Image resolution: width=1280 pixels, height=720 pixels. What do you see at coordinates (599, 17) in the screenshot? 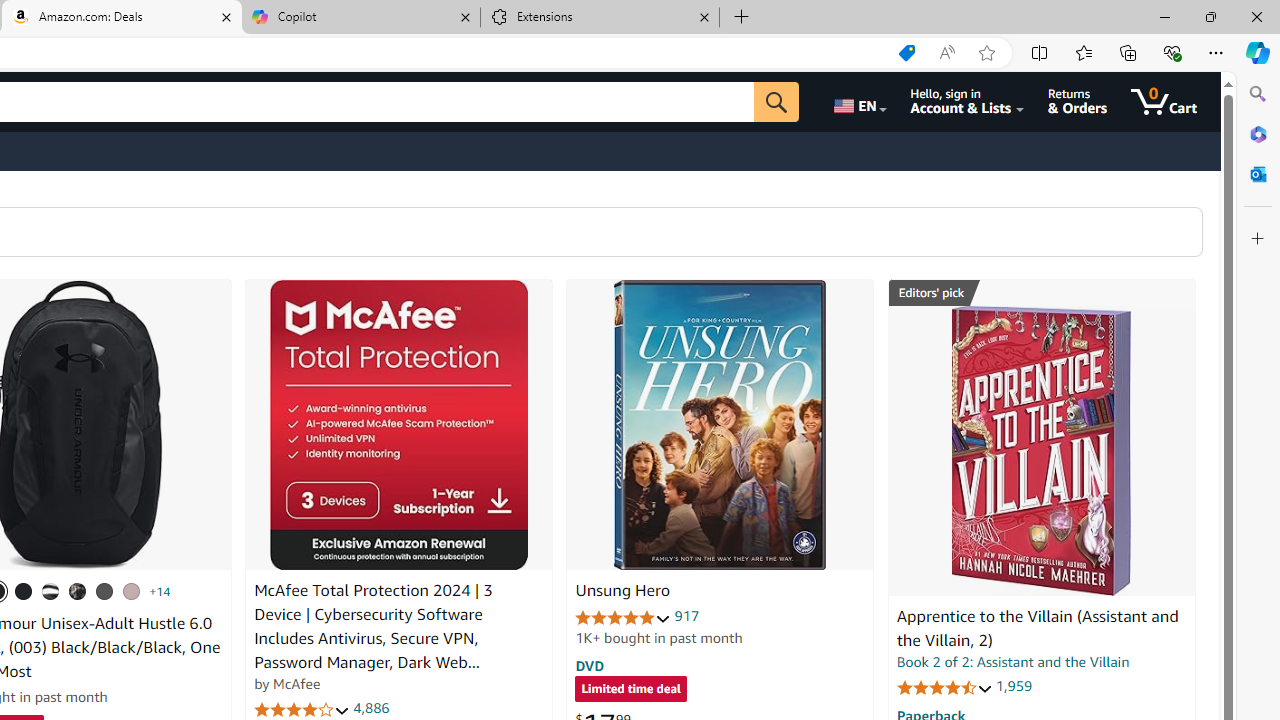
I see `'Extensions'` at bounding box center [599, 17].